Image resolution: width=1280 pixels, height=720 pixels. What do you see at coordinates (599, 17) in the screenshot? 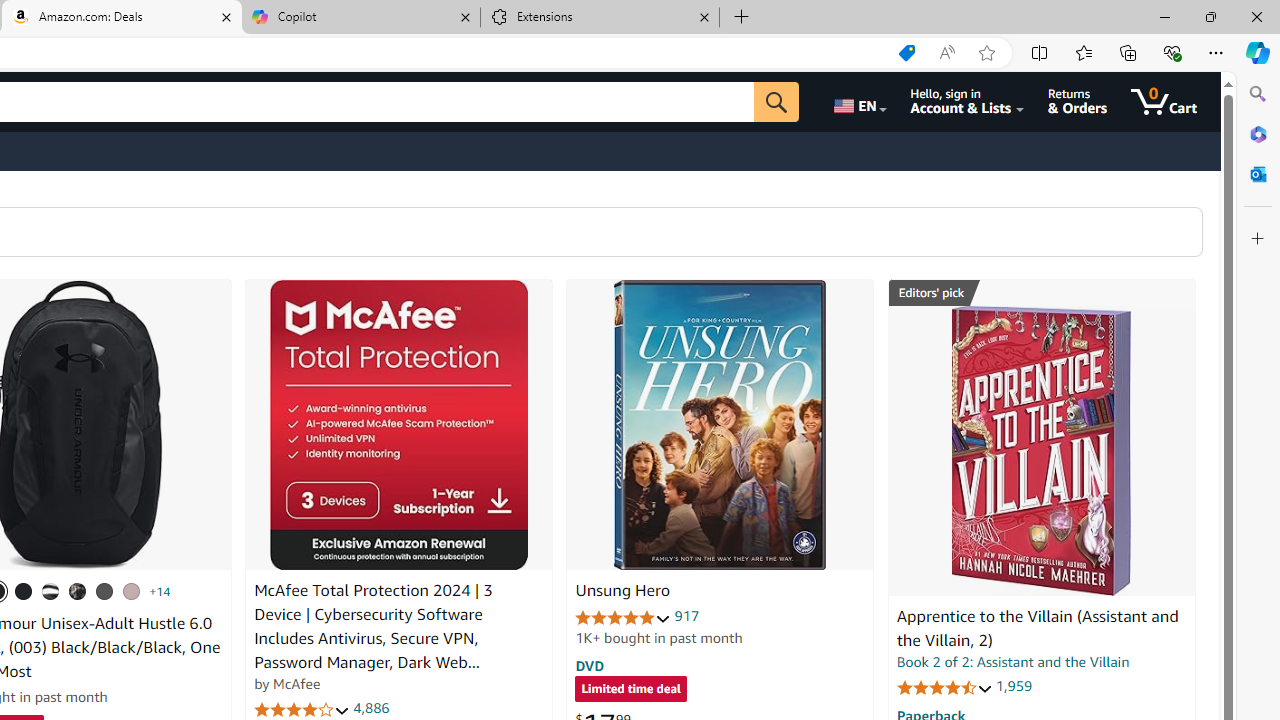
I see `'Extensions'` at bounding box center [599, 17].